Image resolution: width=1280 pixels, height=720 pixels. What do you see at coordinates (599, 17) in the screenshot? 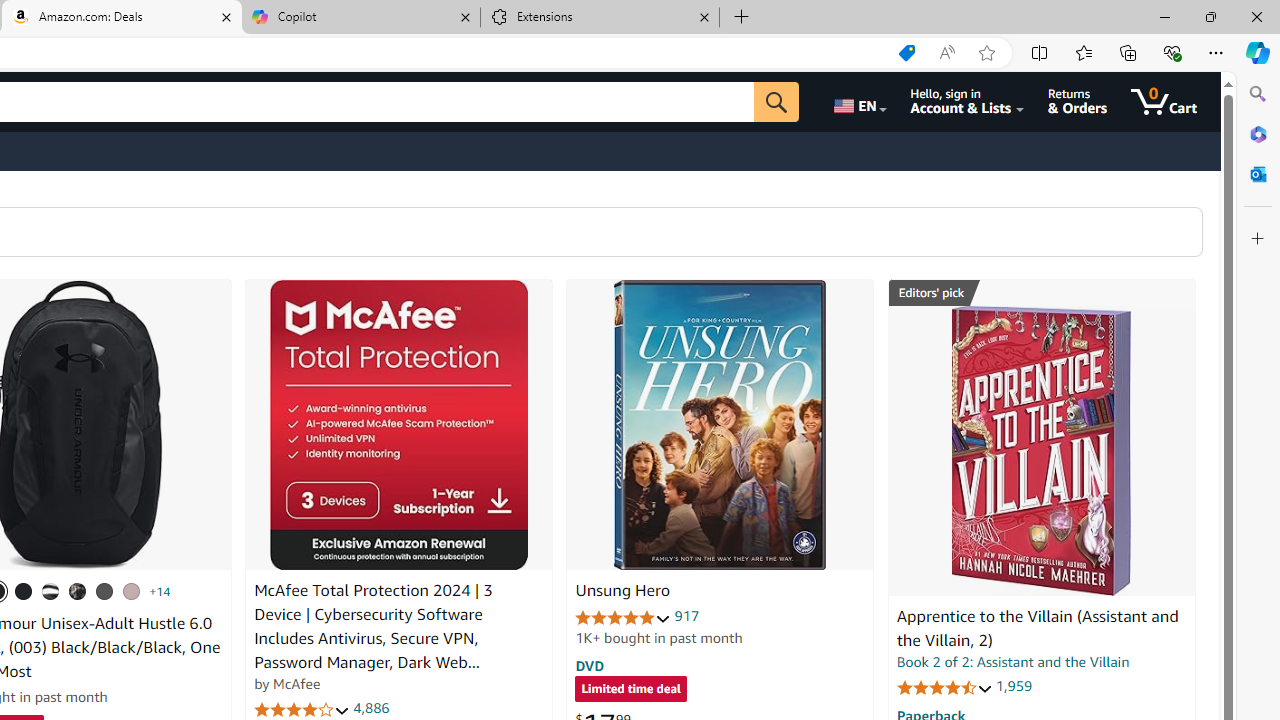
I see `'Extensions'` at bounding box center [599, 17].